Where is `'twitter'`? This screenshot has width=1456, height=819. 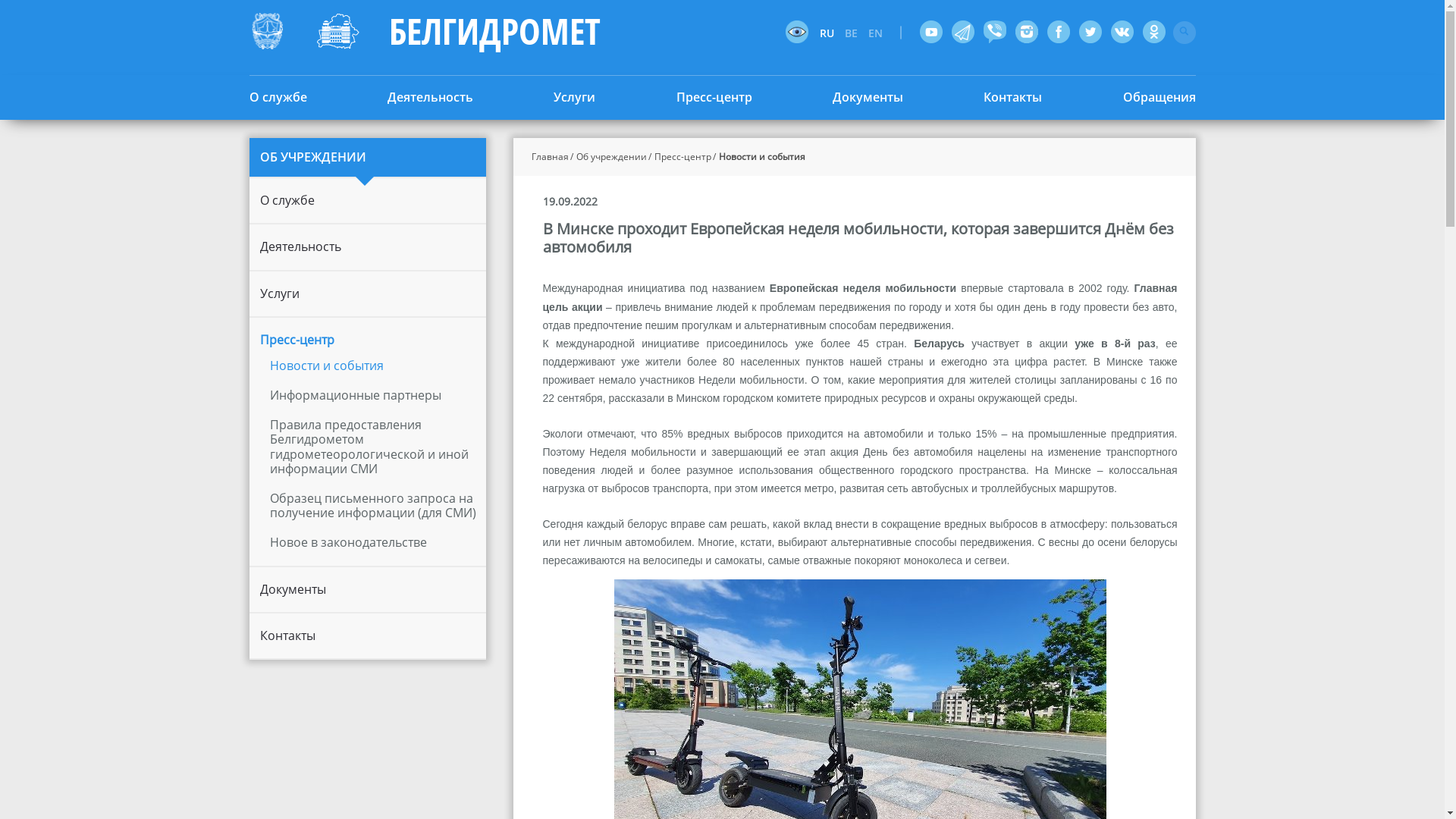 'twitter' is located at coordinates (1088, 32).